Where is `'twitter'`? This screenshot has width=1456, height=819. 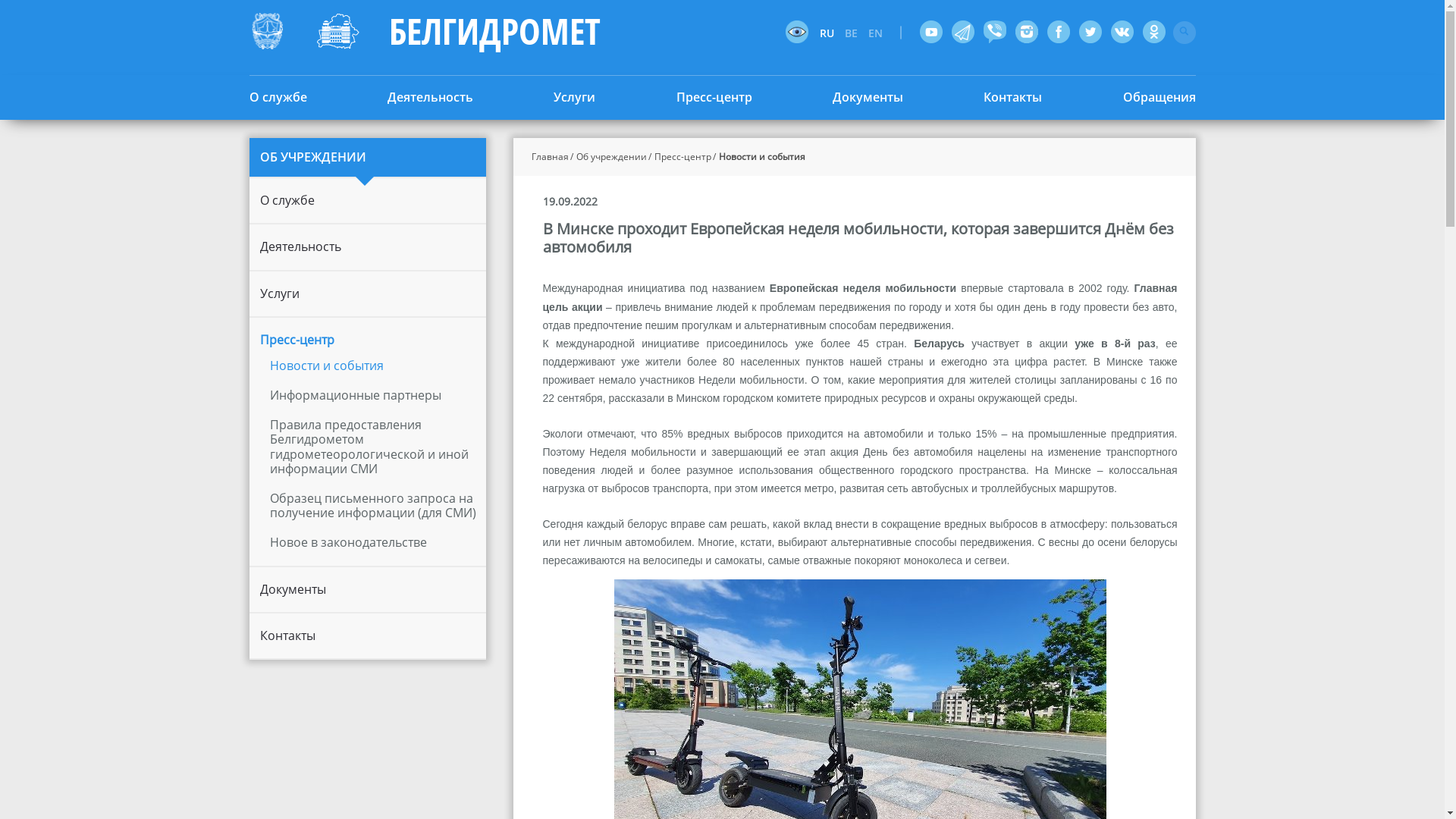 'twitter' is located at coordinates (1088, 32).